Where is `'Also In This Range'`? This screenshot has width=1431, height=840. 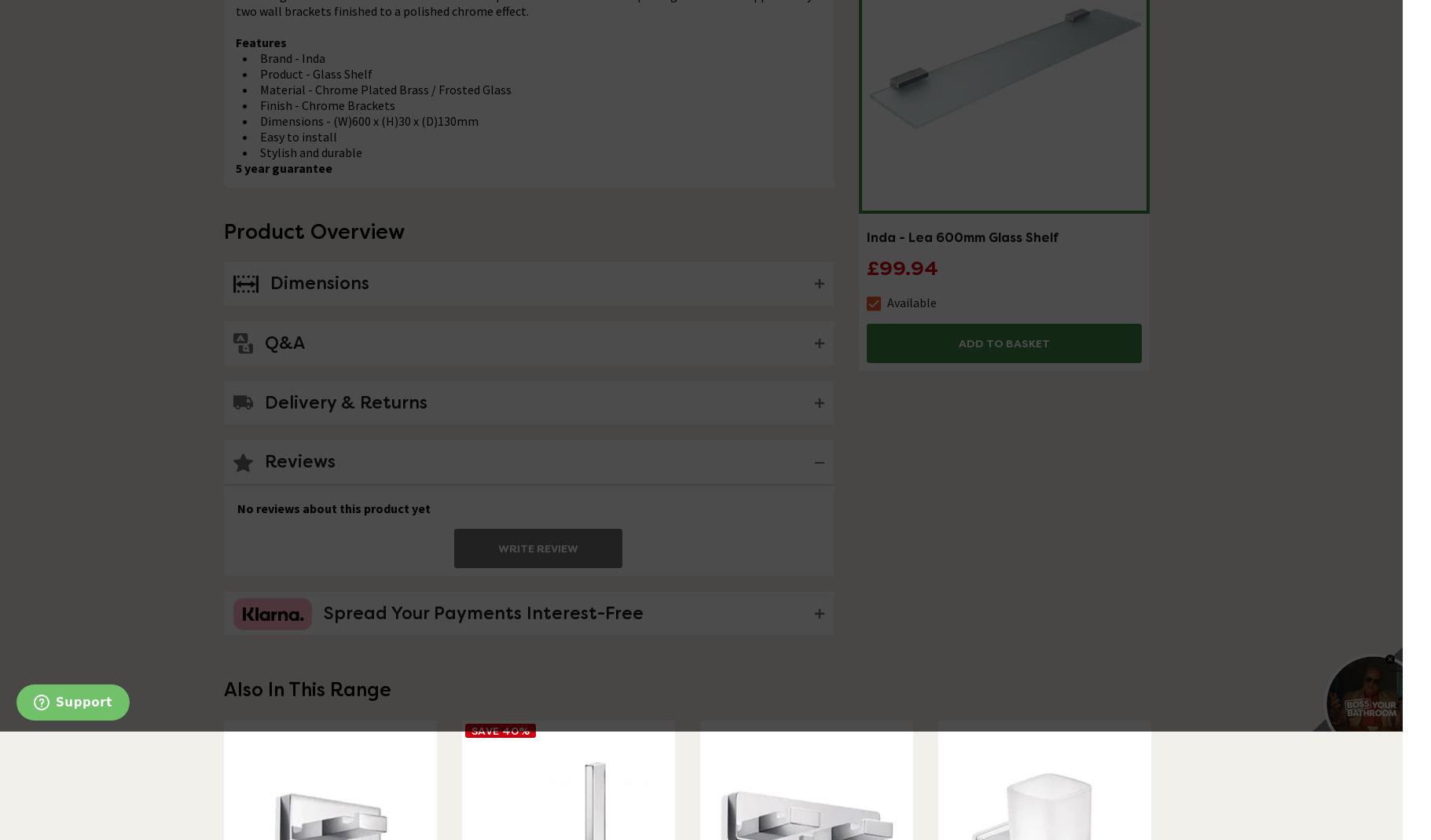 'Also In This Range' is located at coordinates (222, 688).